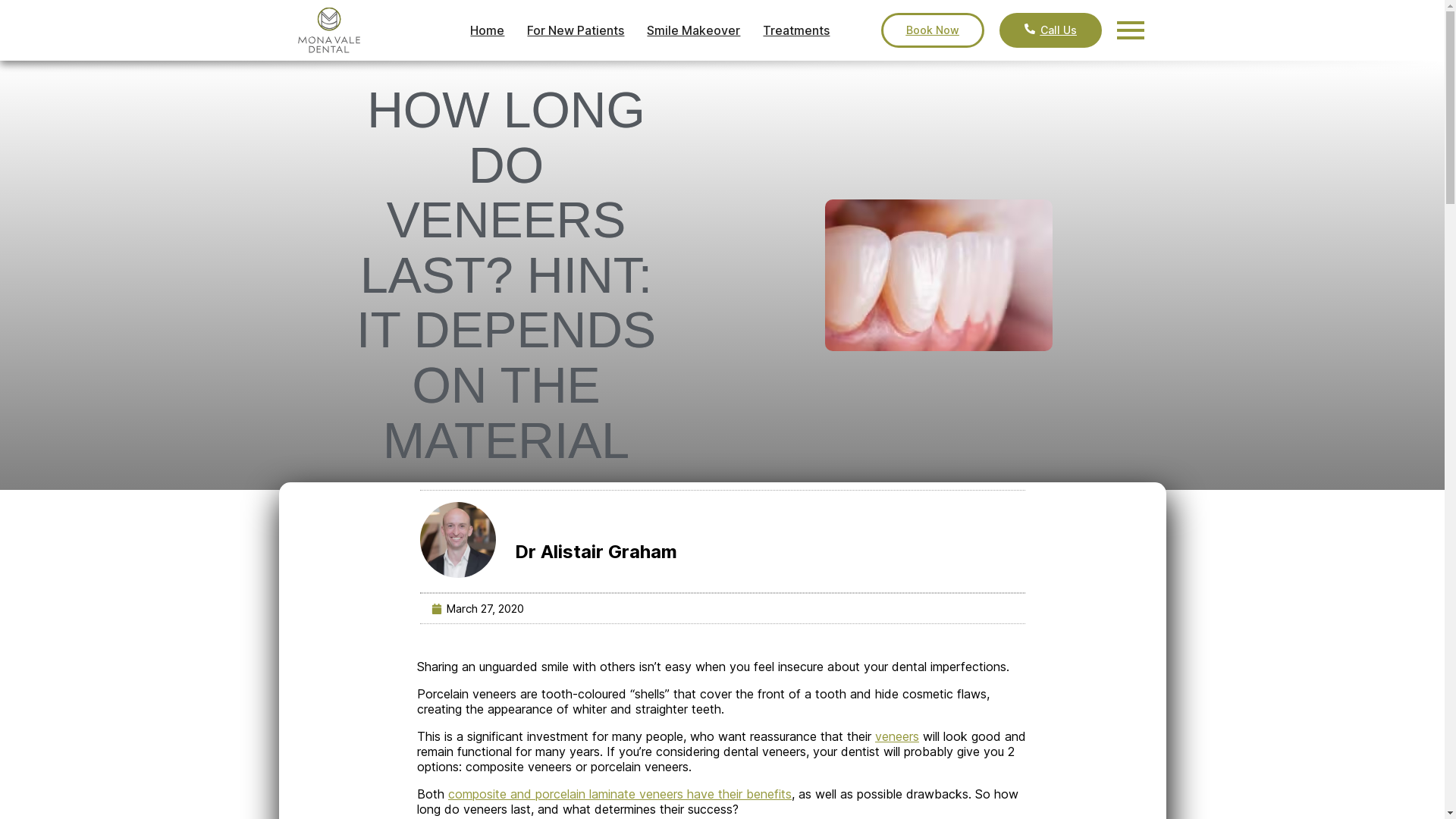 This screenshot has width=1456, height=819. What do you see at coordinates (795, 30) in the screenshot?
I see `'Treatments'` at bounding box center [795, 30].